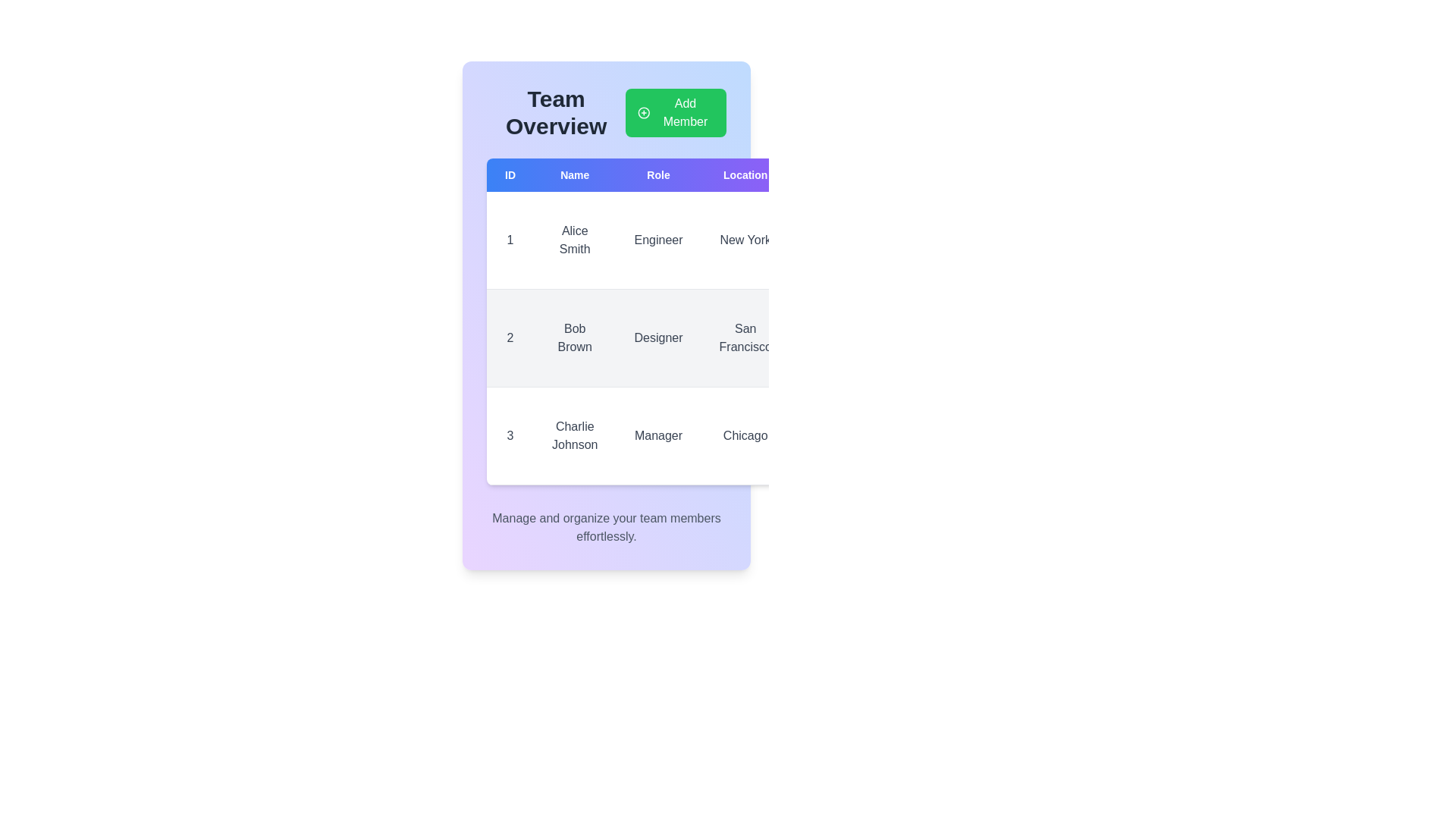 This screenshot has width=1456, height=819. Describe the element at coordinates (510, 337) in the screenshot. I see `the Text Label displaying the ID number of an individual user` at that location.